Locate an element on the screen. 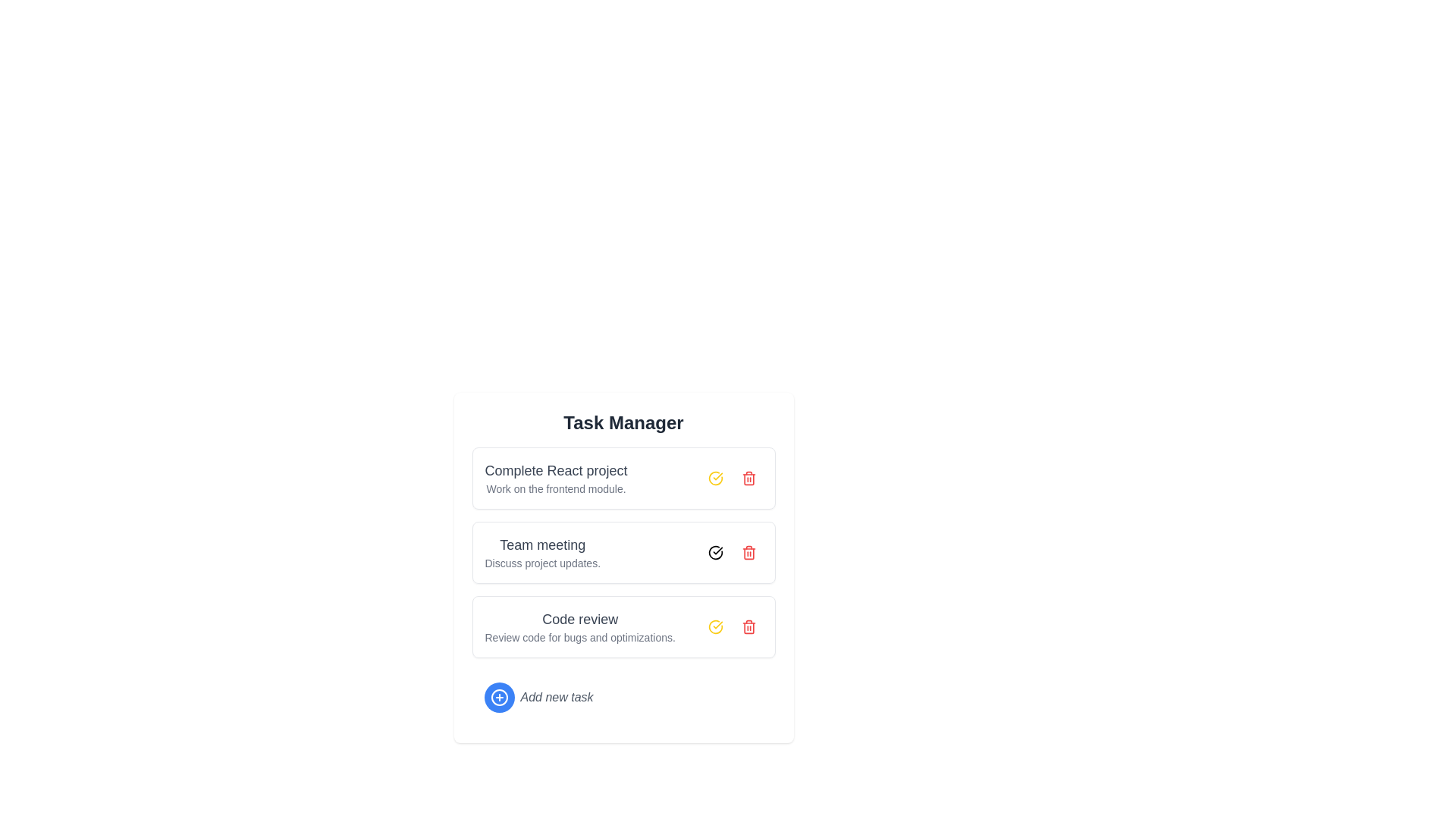  the circular button icon with a '+' sign to create a new task located at the bottom section of the task manager interface, beneath the listed tasks and next to the label 'Add new task.' is located at coordinates (499, 698).